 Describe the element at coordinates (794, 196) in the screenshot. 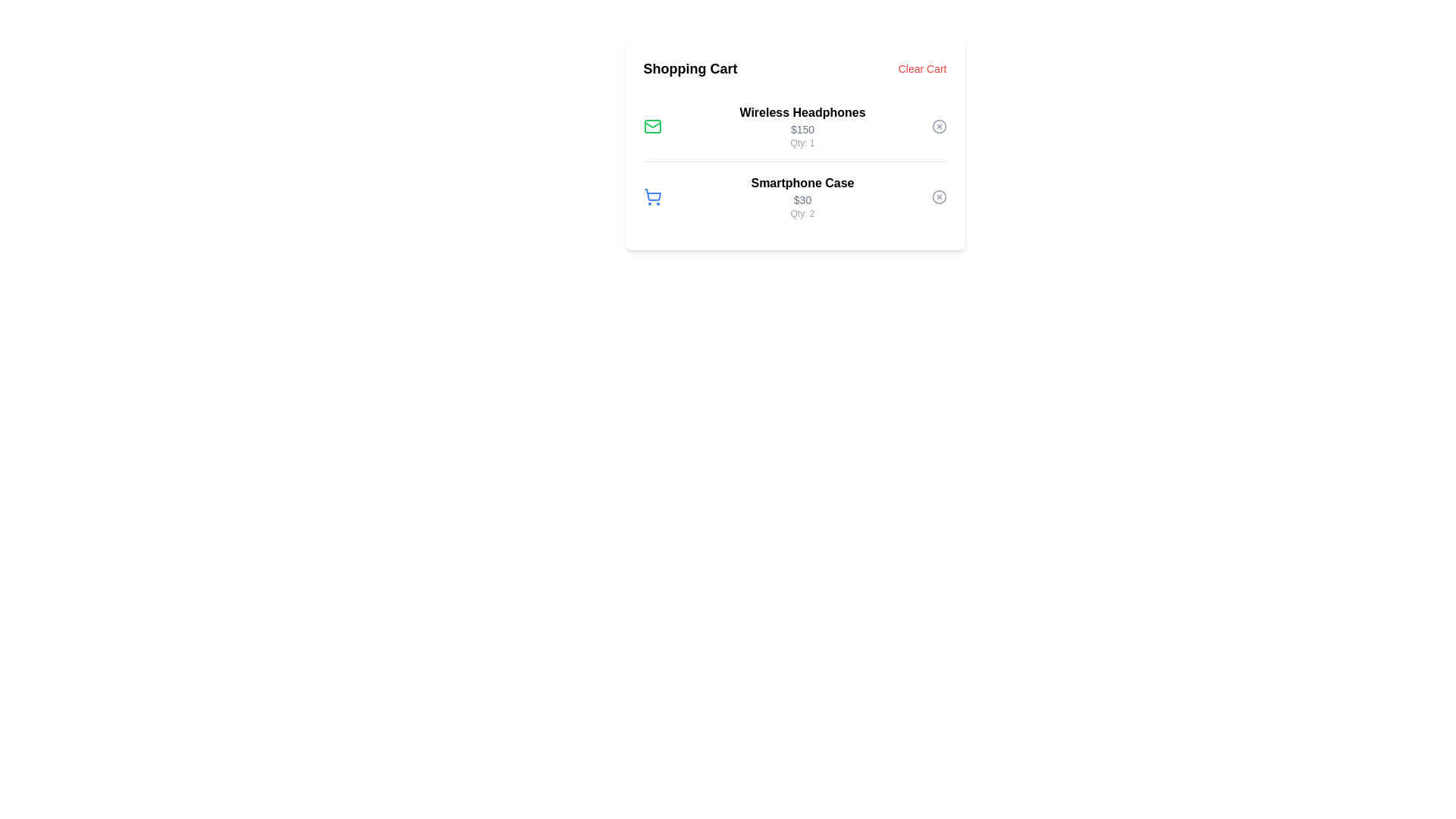

I see `the quantity indicator 'Qty: 2' of the shopping cart entry for 'Smartphone Case' to adjust the quantity` at that location.